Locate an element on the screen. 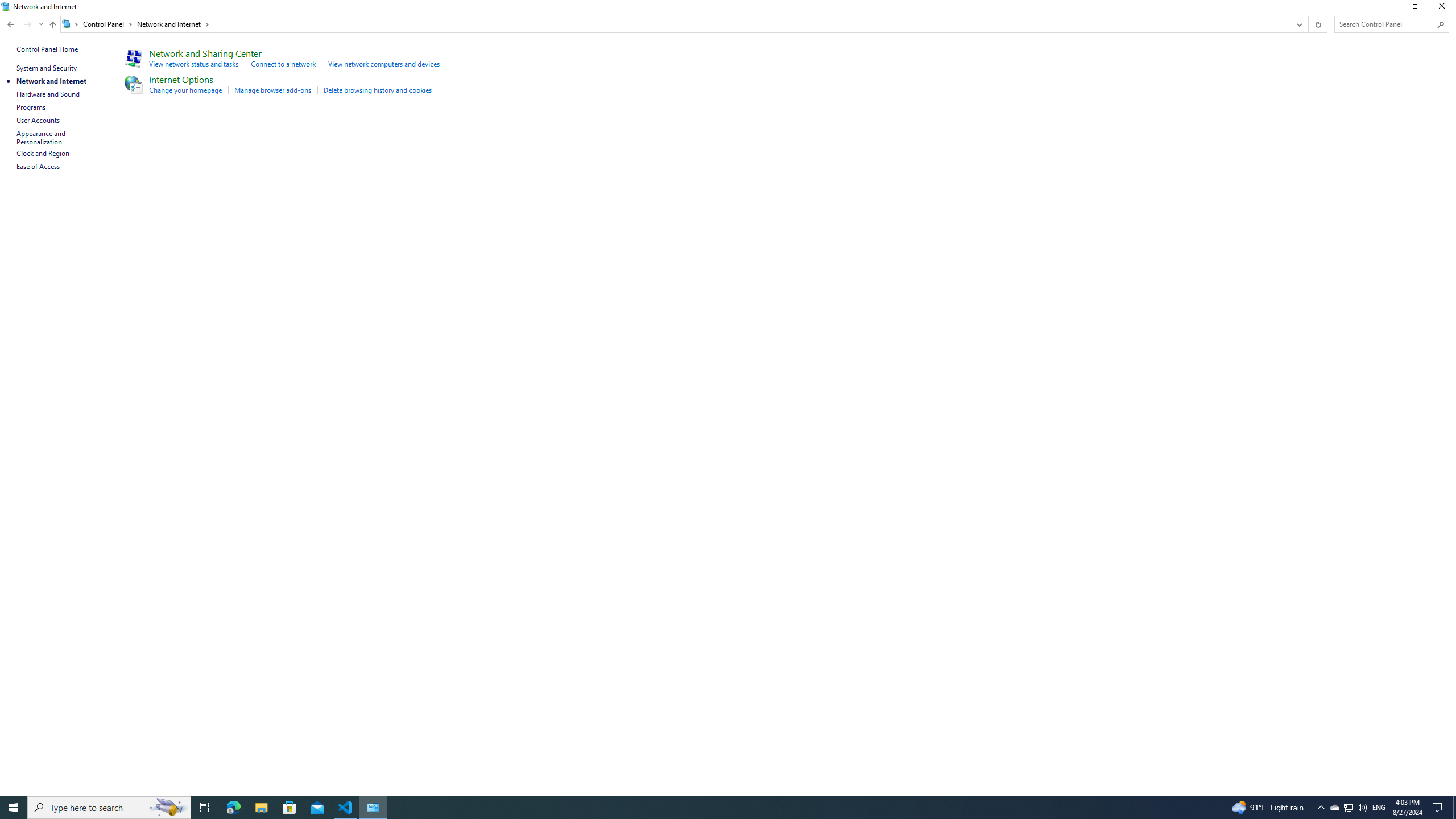 The width and height of the screenshot is (1456, 819). 'Control Panel - 1 running window' is located at coordinates (373, 806).